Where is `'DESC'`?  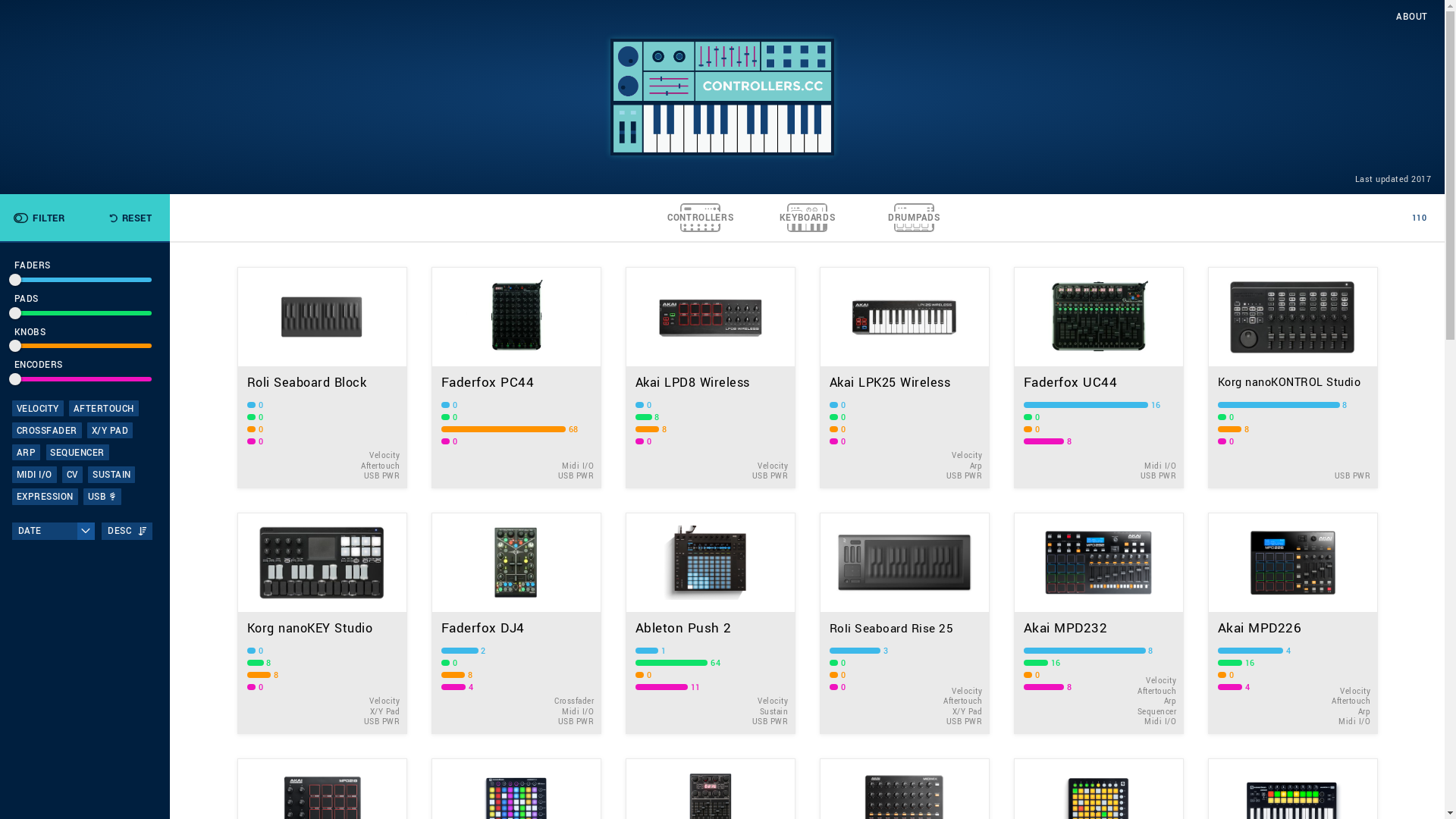 'DESC' is located at coordinates (127, 530).